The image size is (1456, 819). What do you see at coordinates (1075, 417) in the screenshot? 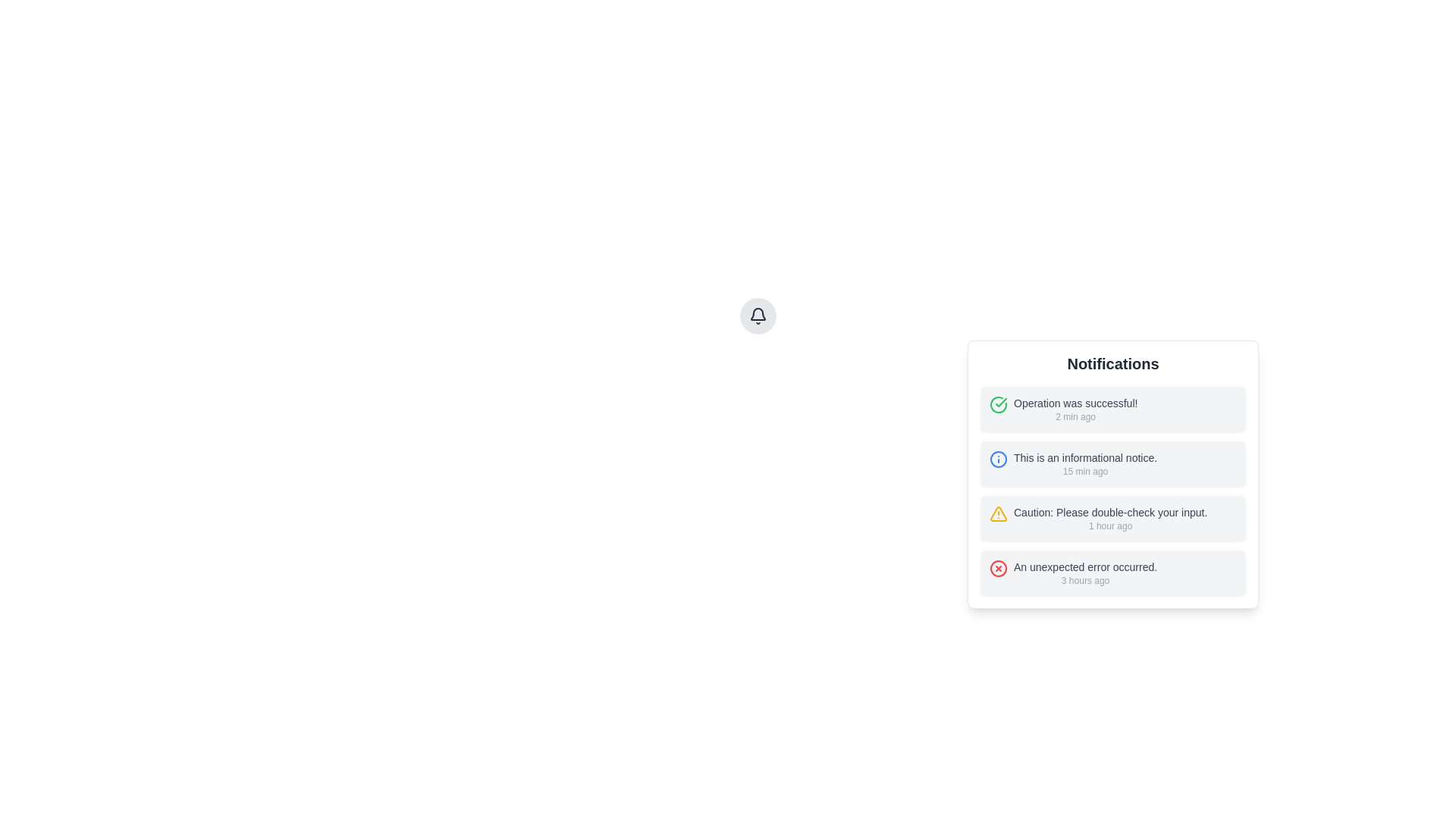
I see `the Text Label indicating the time elapsed since the notification 'Operation was successful!'` at bounding box center [1075, 417].